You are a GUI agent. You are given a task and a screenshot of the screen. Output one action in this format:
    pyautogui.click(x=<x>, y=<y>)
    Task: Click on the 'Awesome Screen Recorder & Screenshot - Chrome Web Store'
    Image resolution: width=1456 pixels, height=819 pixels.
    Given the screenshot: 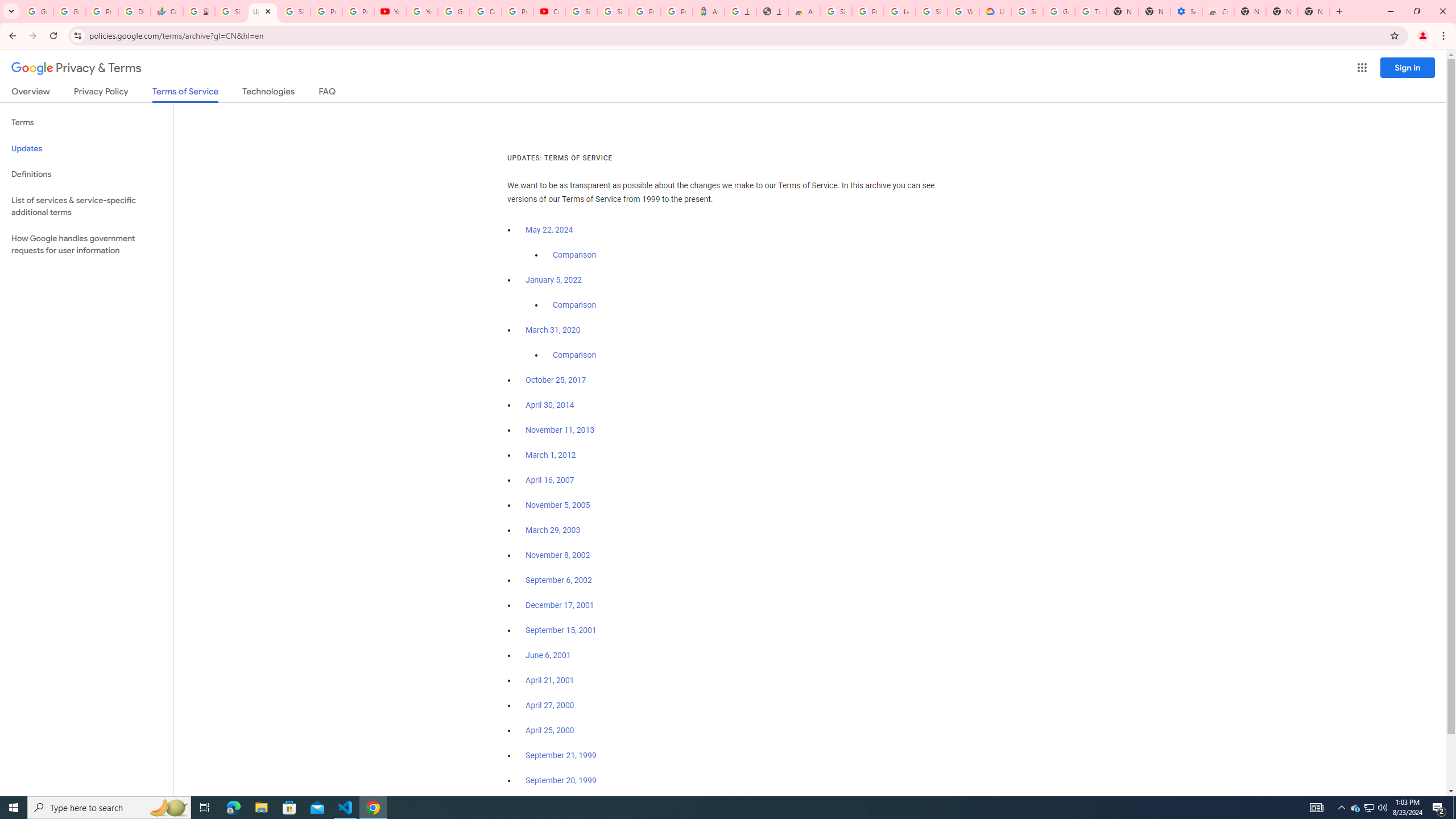 What is the action you would take?
    pyautogui.click(x=804, y=11)
    